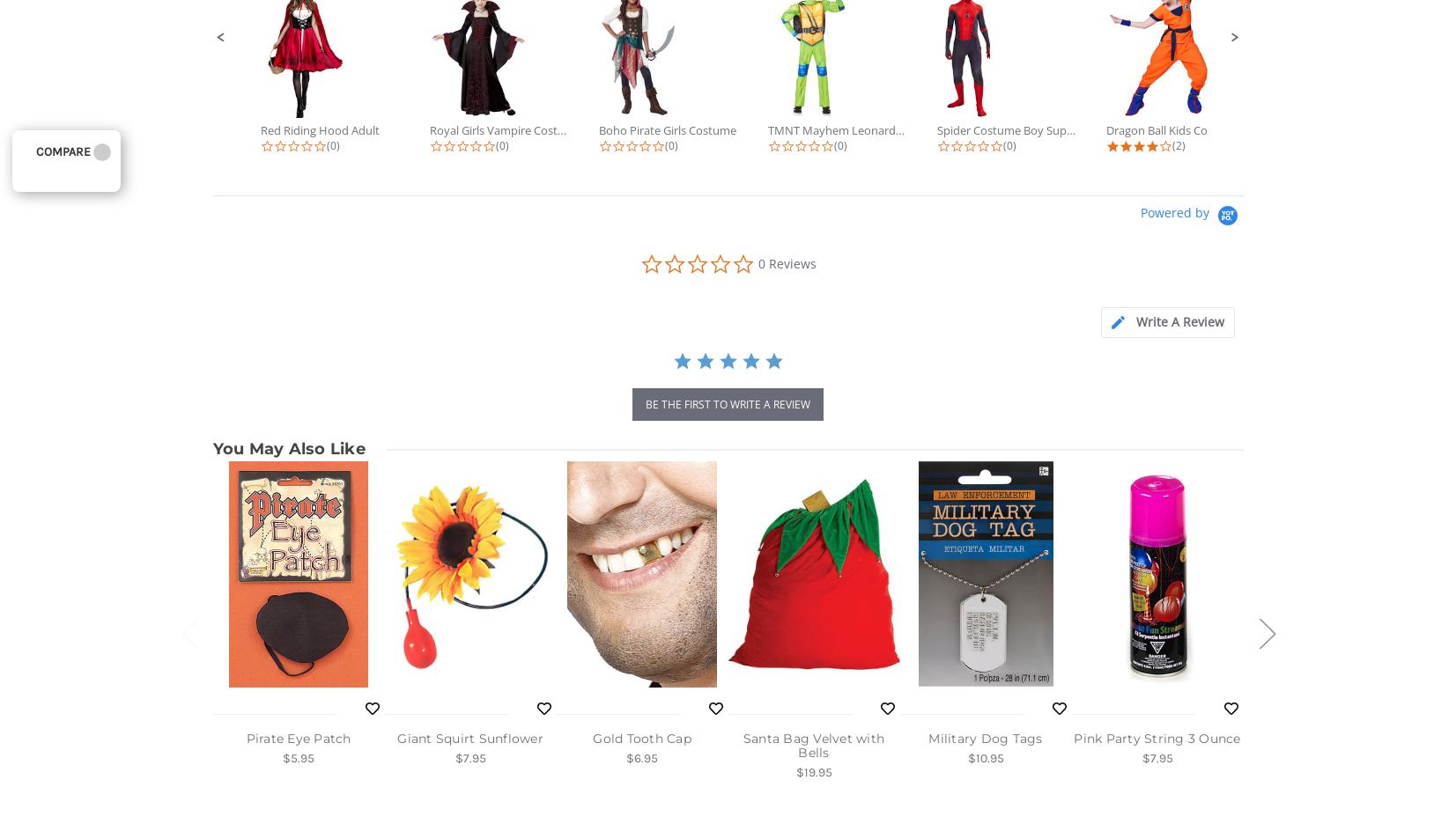 This screenshot has width=1456, height=824. I want to click on '0 Reviews', so click(786, 263).